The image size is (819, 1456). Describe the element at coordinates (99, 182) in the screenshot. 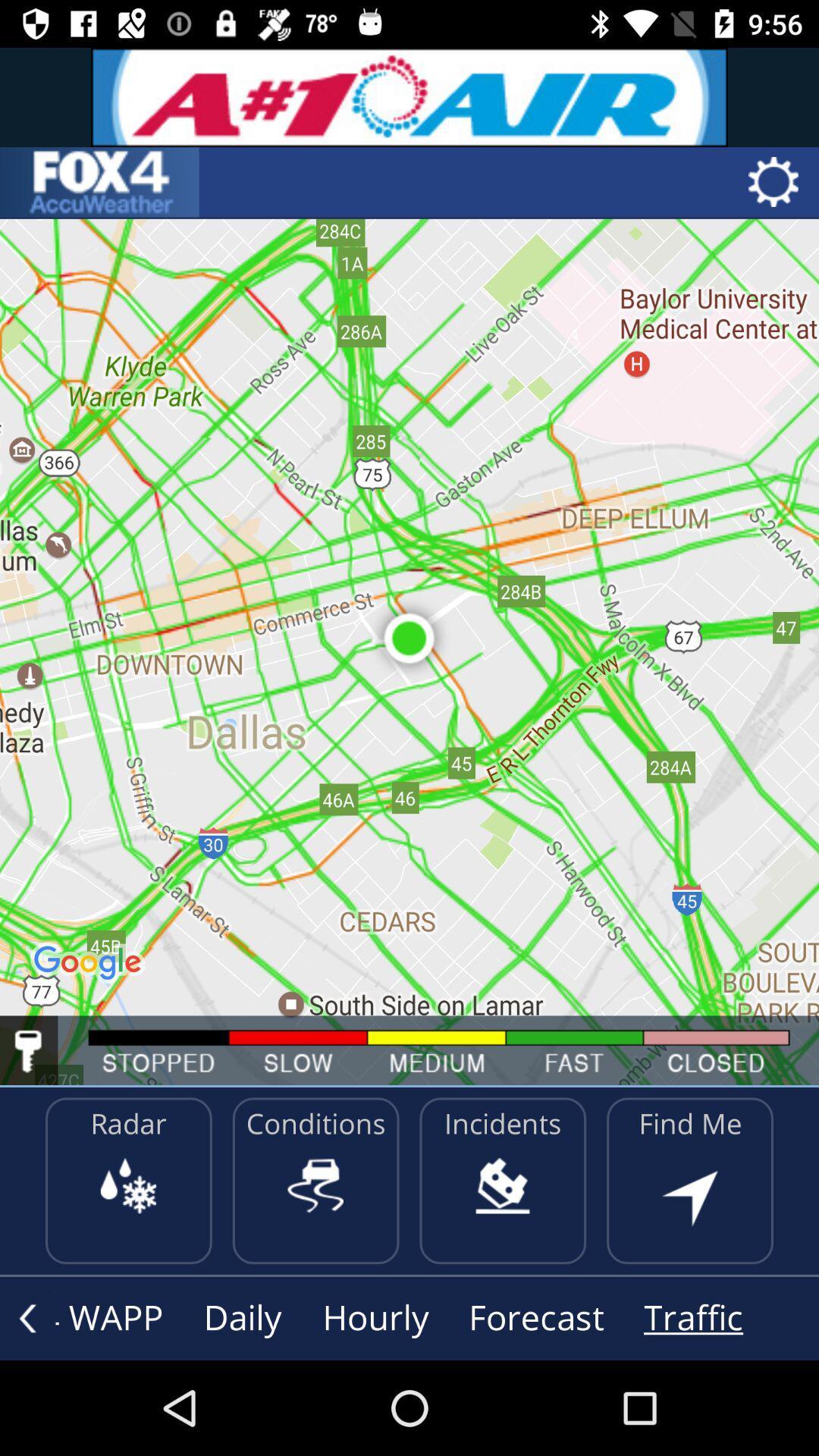

I see `item at the top left corner` at that location.